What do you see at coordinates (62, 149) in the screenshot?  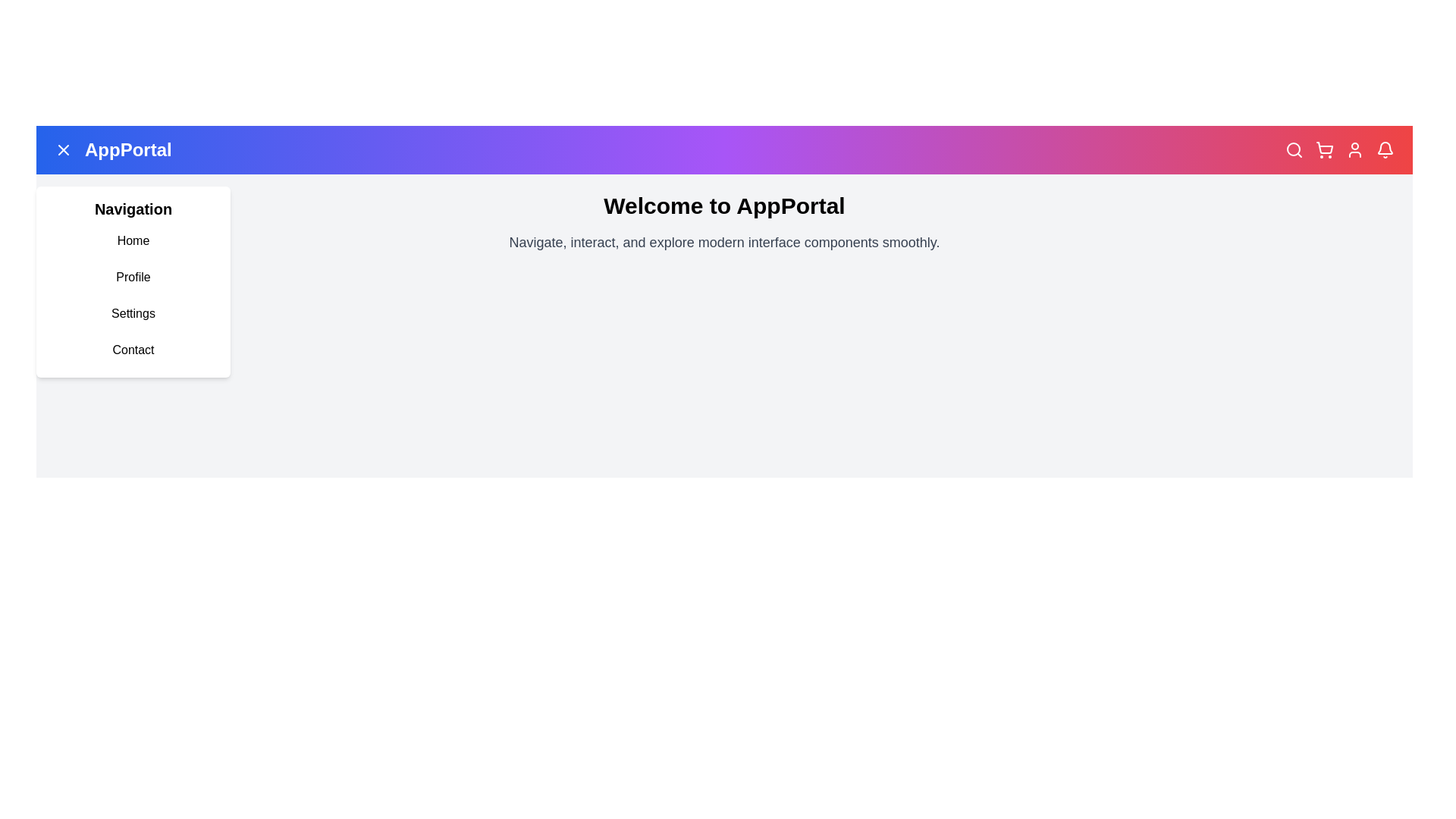 I see `the close icon located at the top-left corner of the interface within the navigation bar next to the 'AppPortal' title` at bounding box center [62, 149].